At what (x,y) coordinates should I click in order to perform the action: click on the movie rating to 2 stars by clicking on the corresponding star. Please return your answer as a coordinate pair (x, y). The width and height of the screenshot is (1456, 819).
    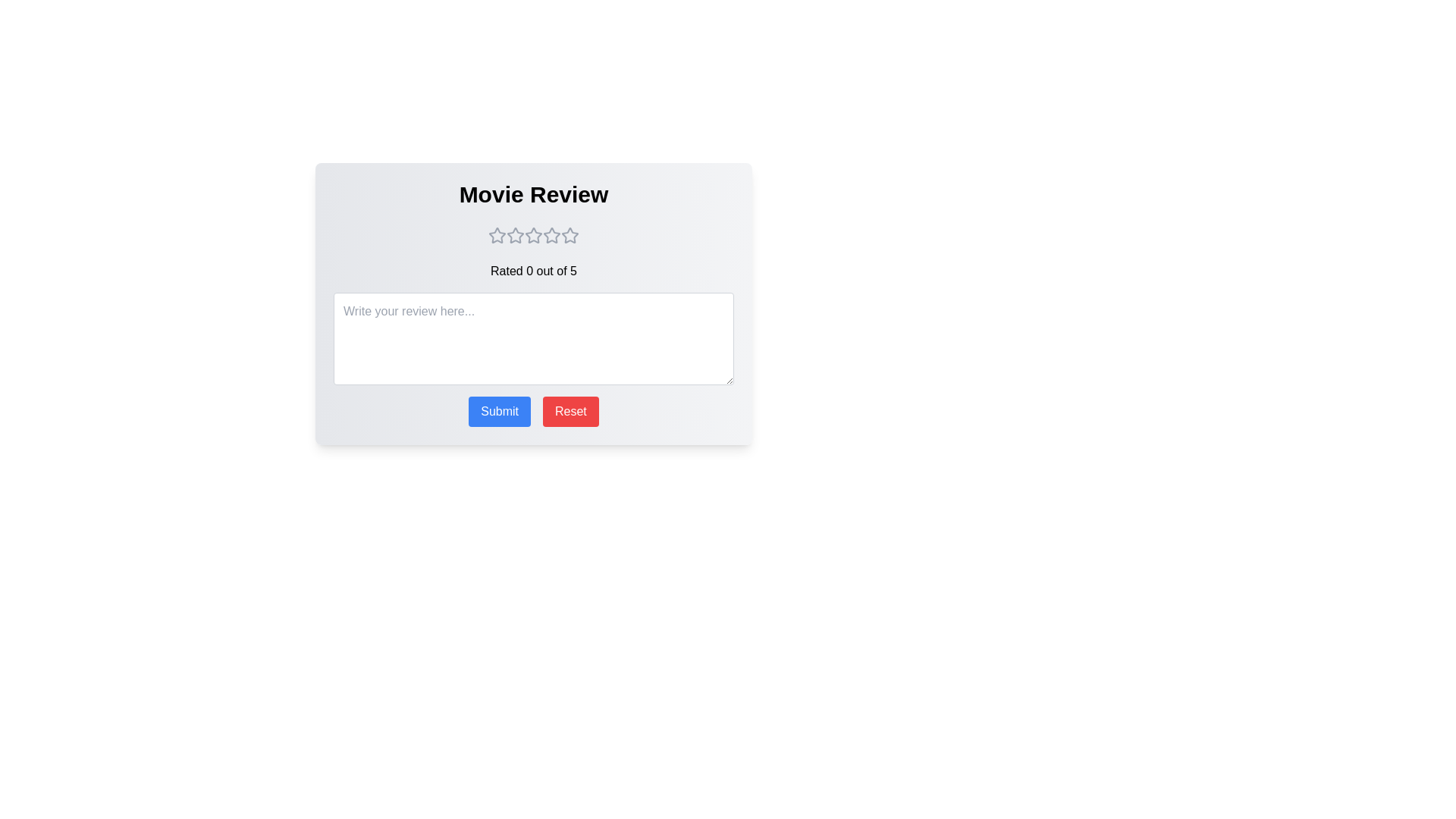
    Looking at the image, I should click on (516, 236).